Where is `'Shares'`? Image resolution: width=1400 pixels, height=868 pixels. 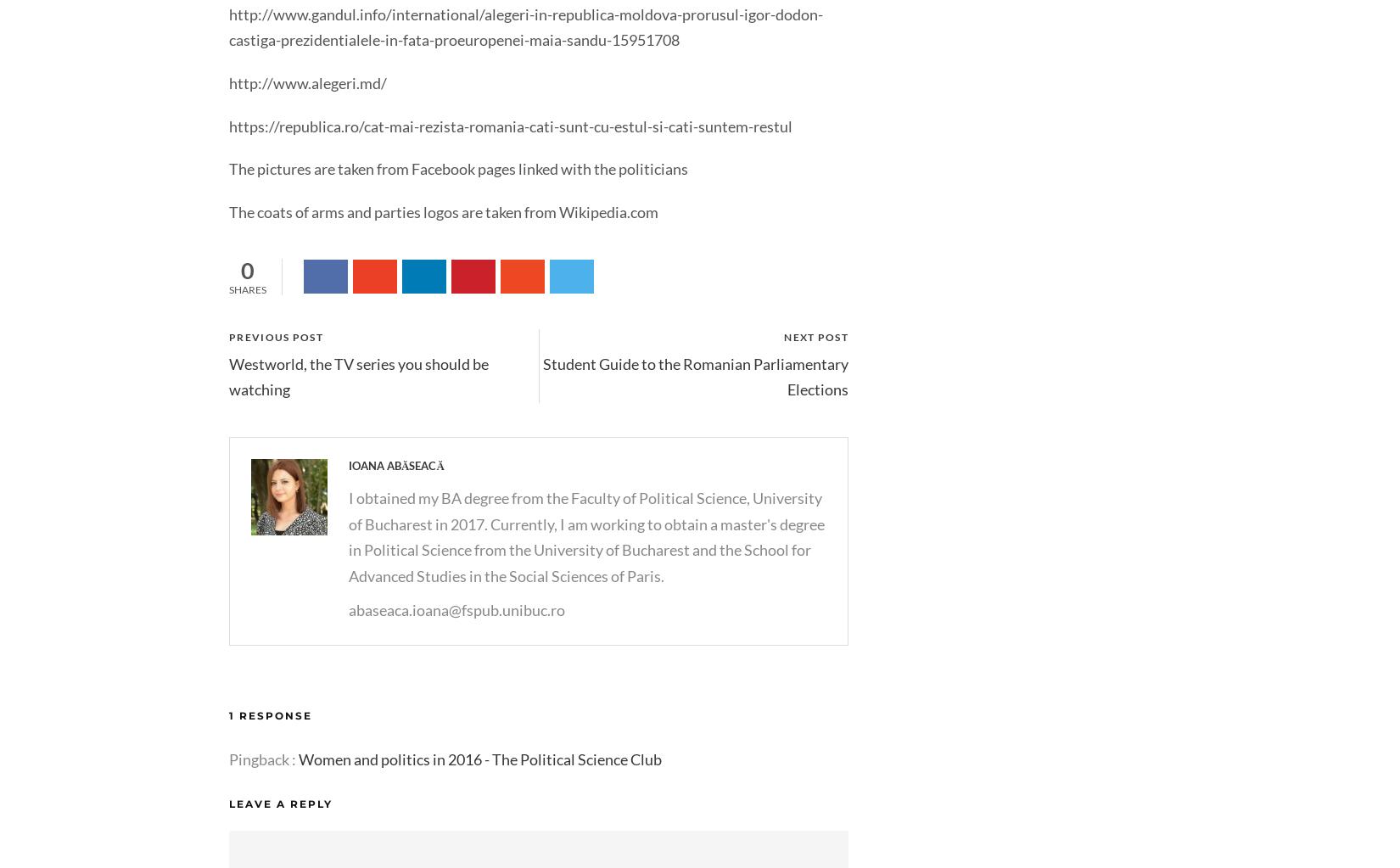 'Shares' is located at coordinates (248, 289).